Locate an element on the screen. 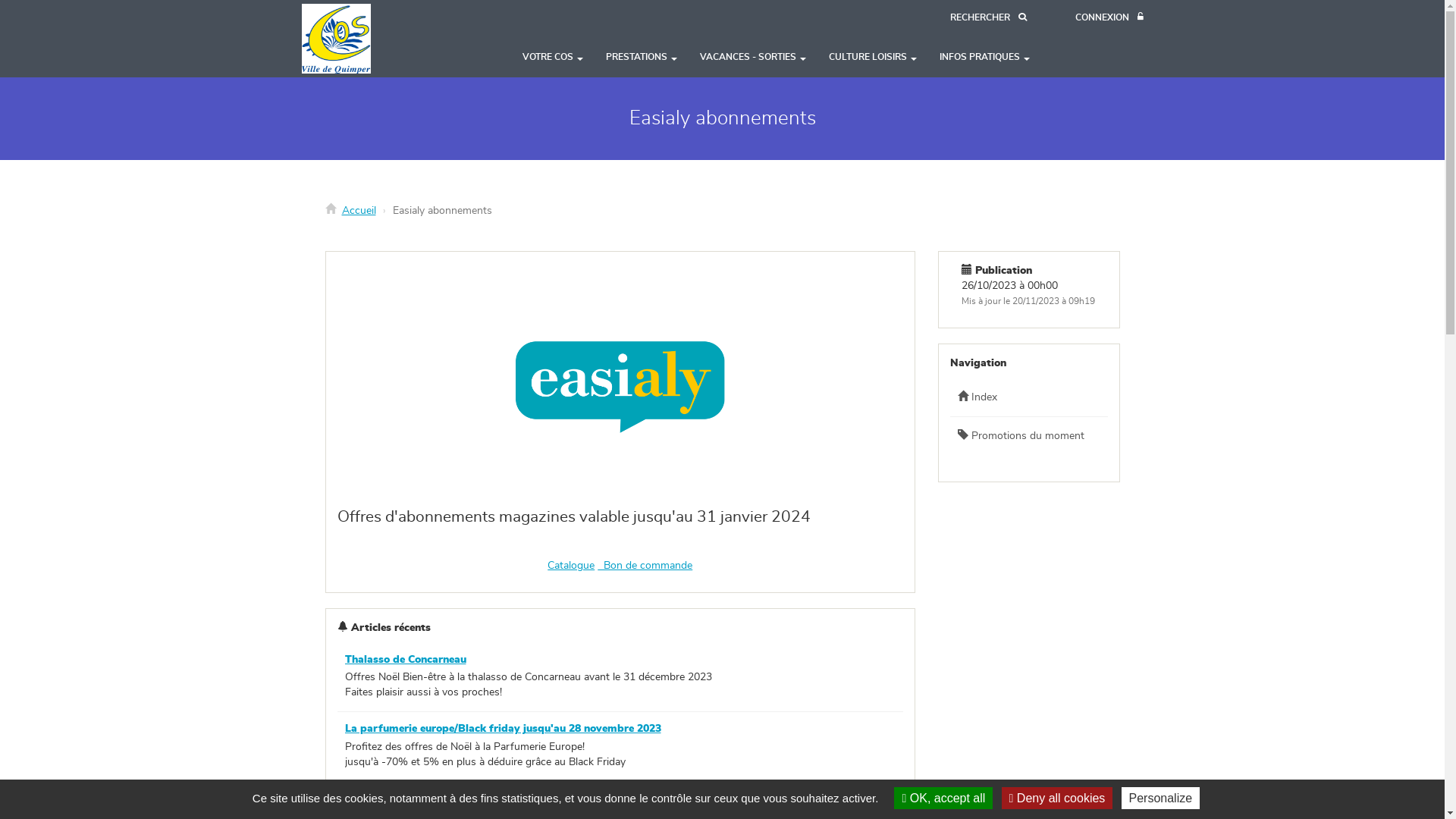  'CONNEXION' is located at coordinates (1074, 17).